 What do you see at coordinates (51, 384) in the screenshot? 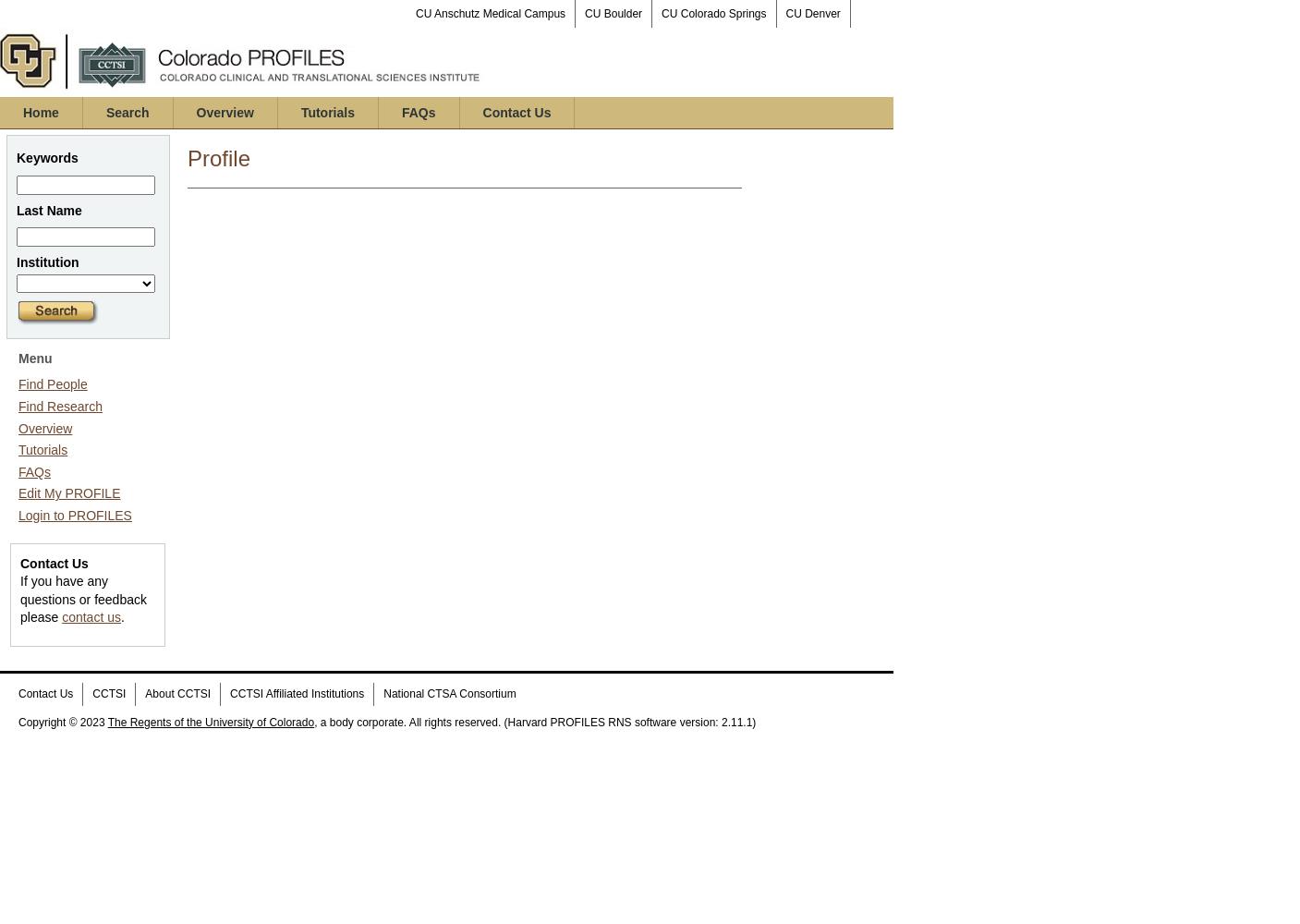
I see `'Find People'` at bounding box center [51, 384].